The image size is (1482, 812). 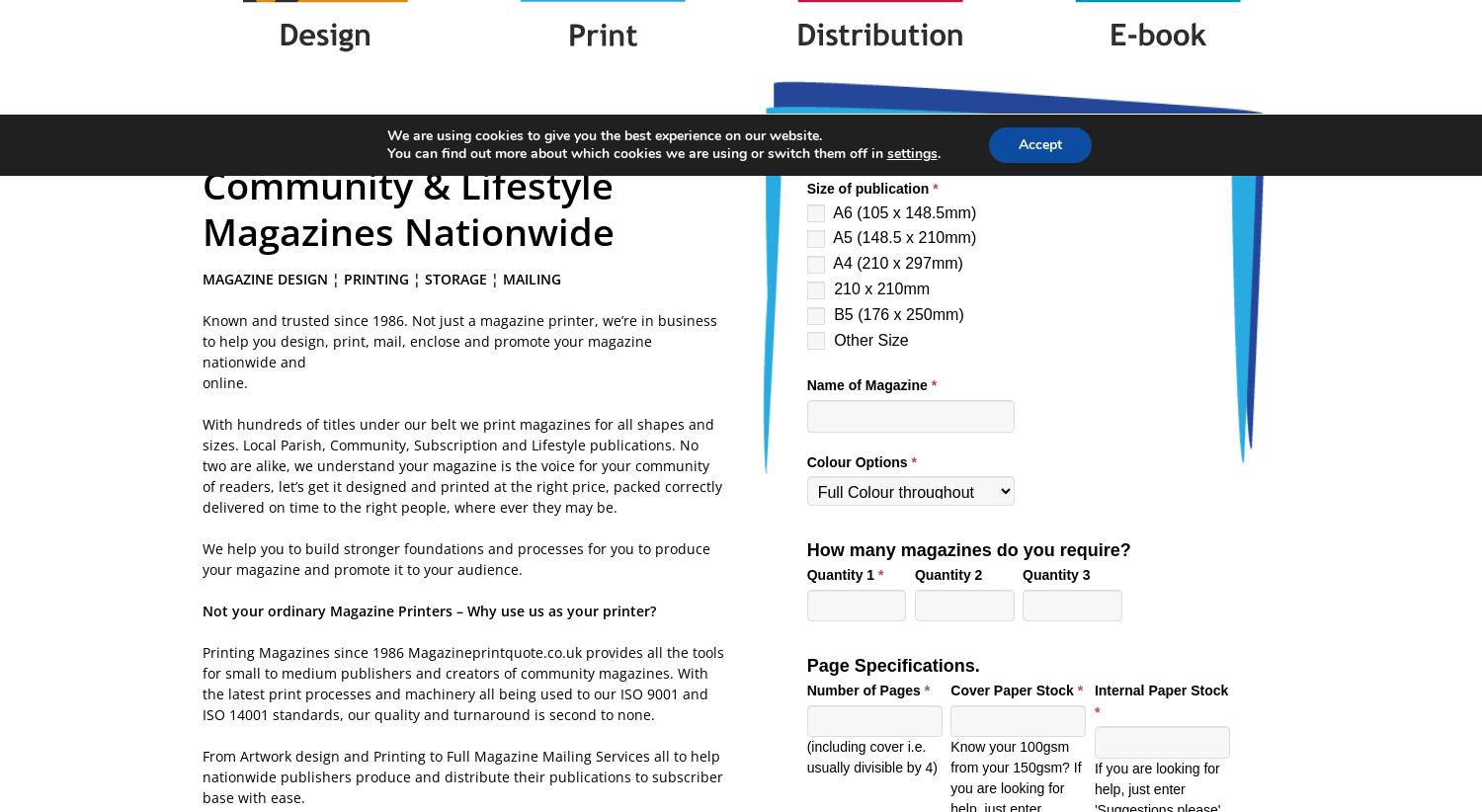 I want to click on 'How many magazines do you require?', so click(x=966, y=549).